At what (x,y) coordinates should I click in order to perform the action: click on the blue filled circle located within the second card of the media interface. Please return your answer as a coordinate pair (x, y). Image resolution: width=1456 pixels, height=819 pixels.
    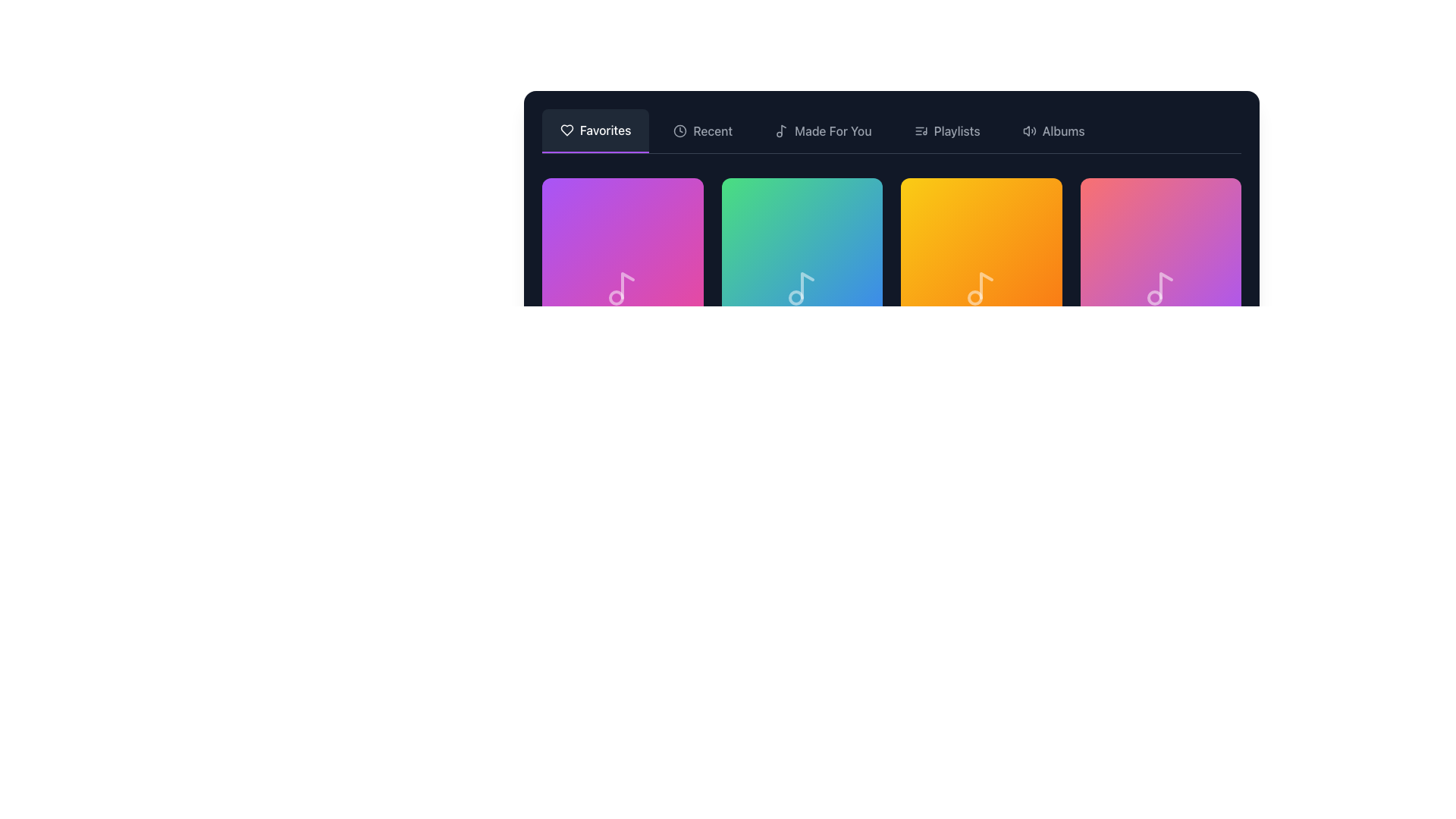
    Looking at the image, I should click on (854, 292).